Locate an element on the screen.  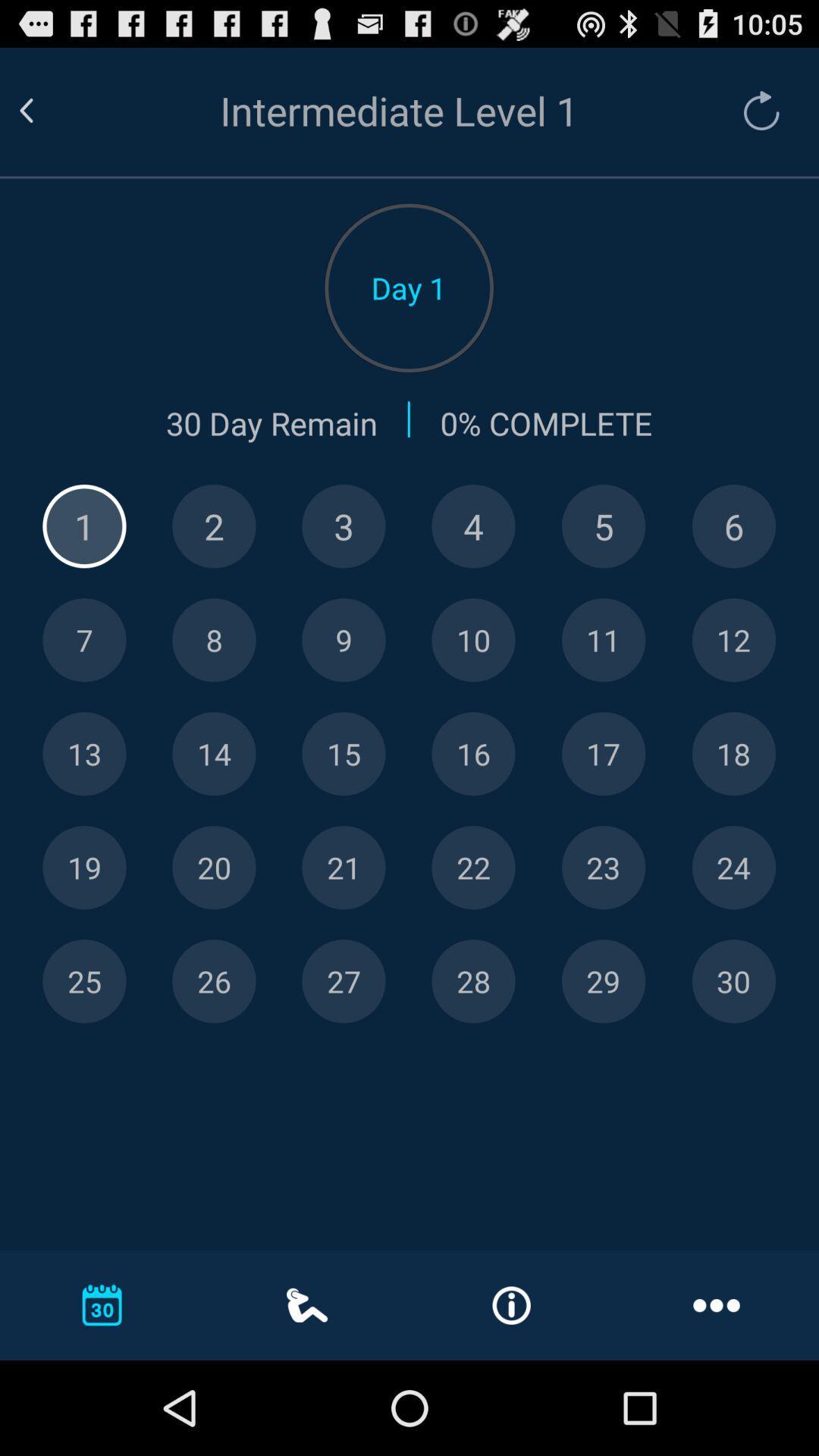
seven is located at coordinates (84, 640).